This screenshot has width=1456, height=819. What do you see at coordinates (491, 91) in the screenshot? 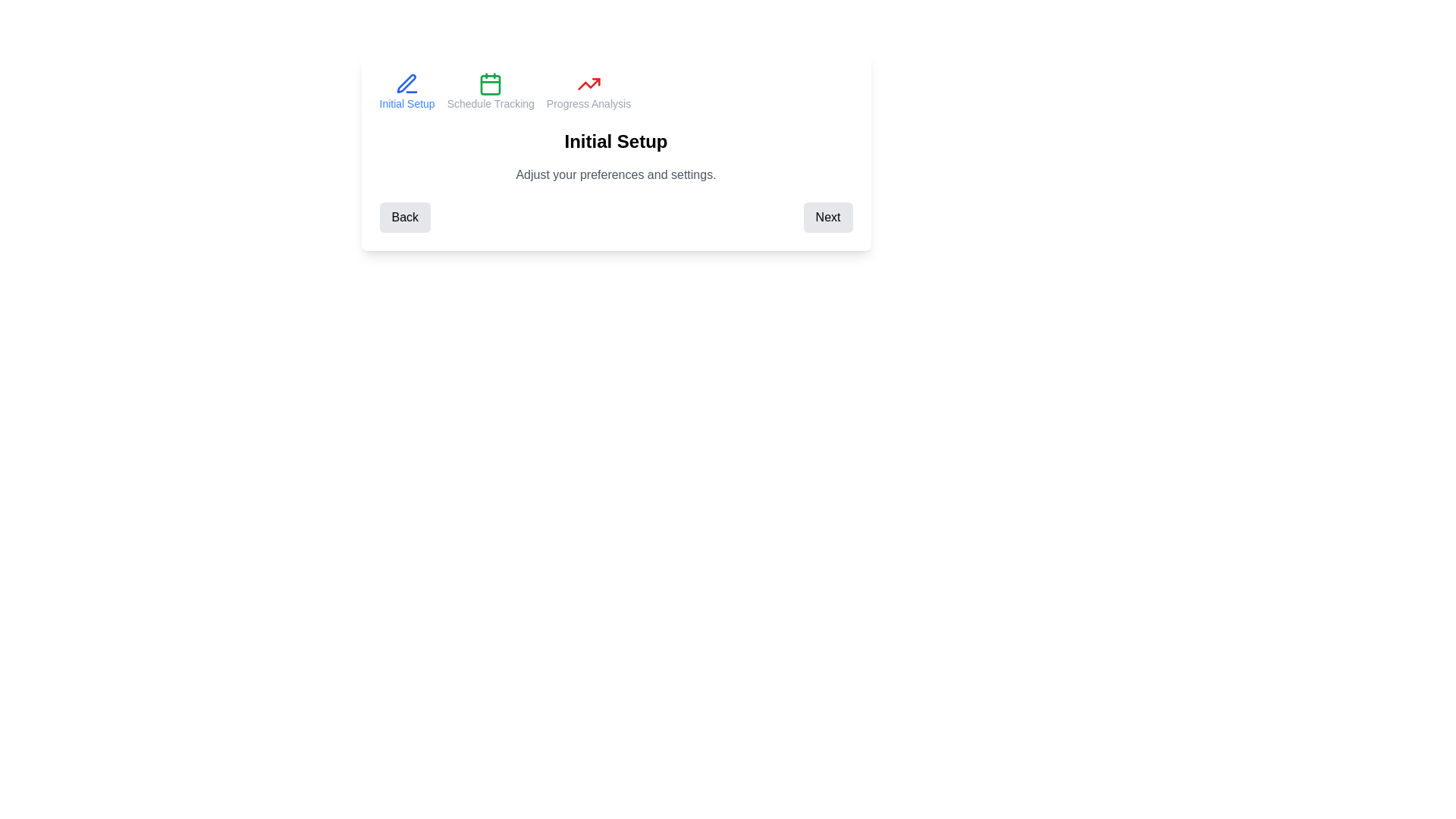
I see `the milestone icon for Schedule Tracking` at bounding box center [491, 91].